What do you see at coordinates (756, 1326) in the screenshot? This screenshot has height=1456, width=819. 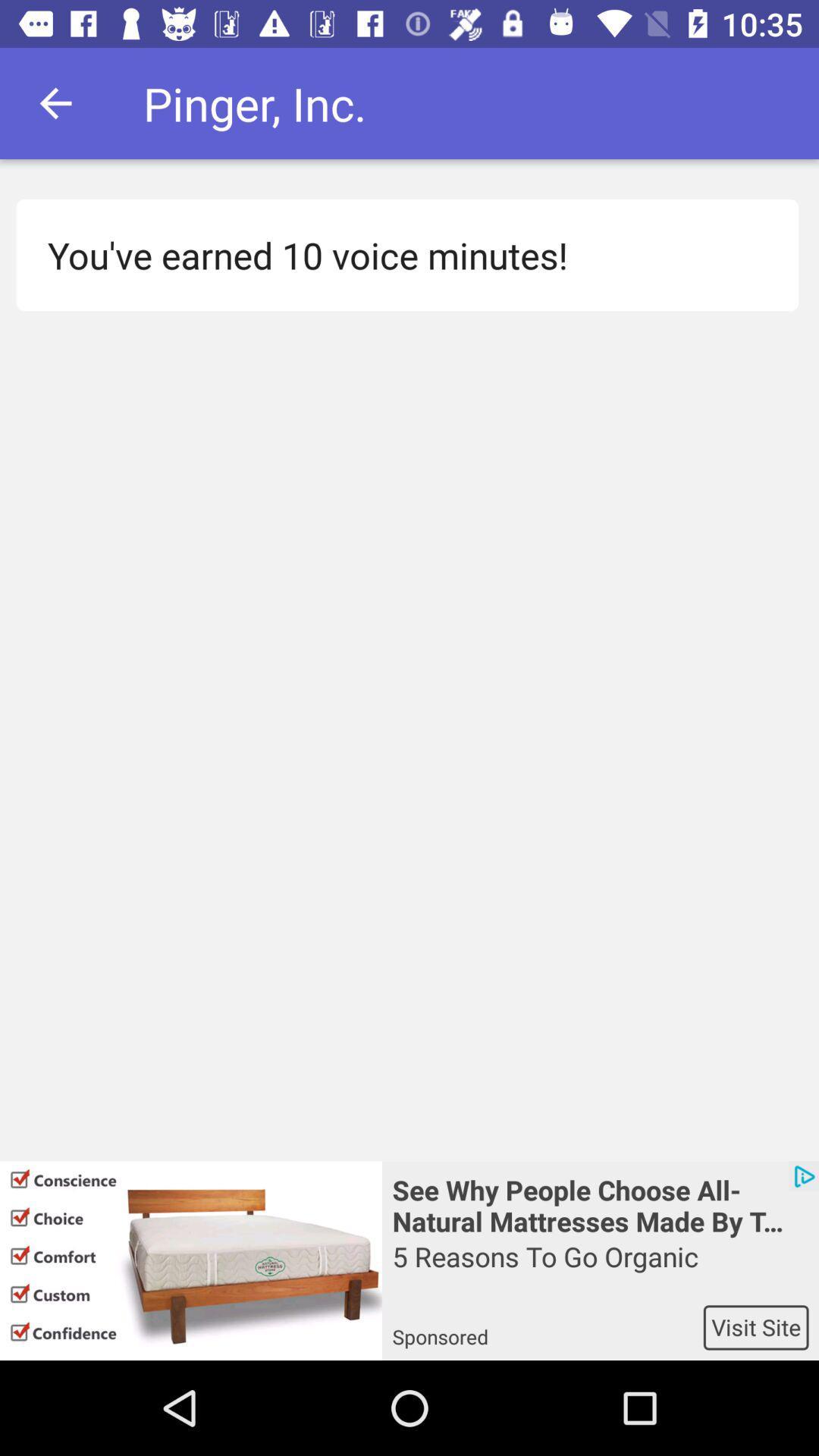 I see `the visit site app` at bounding box center [756, 1326].